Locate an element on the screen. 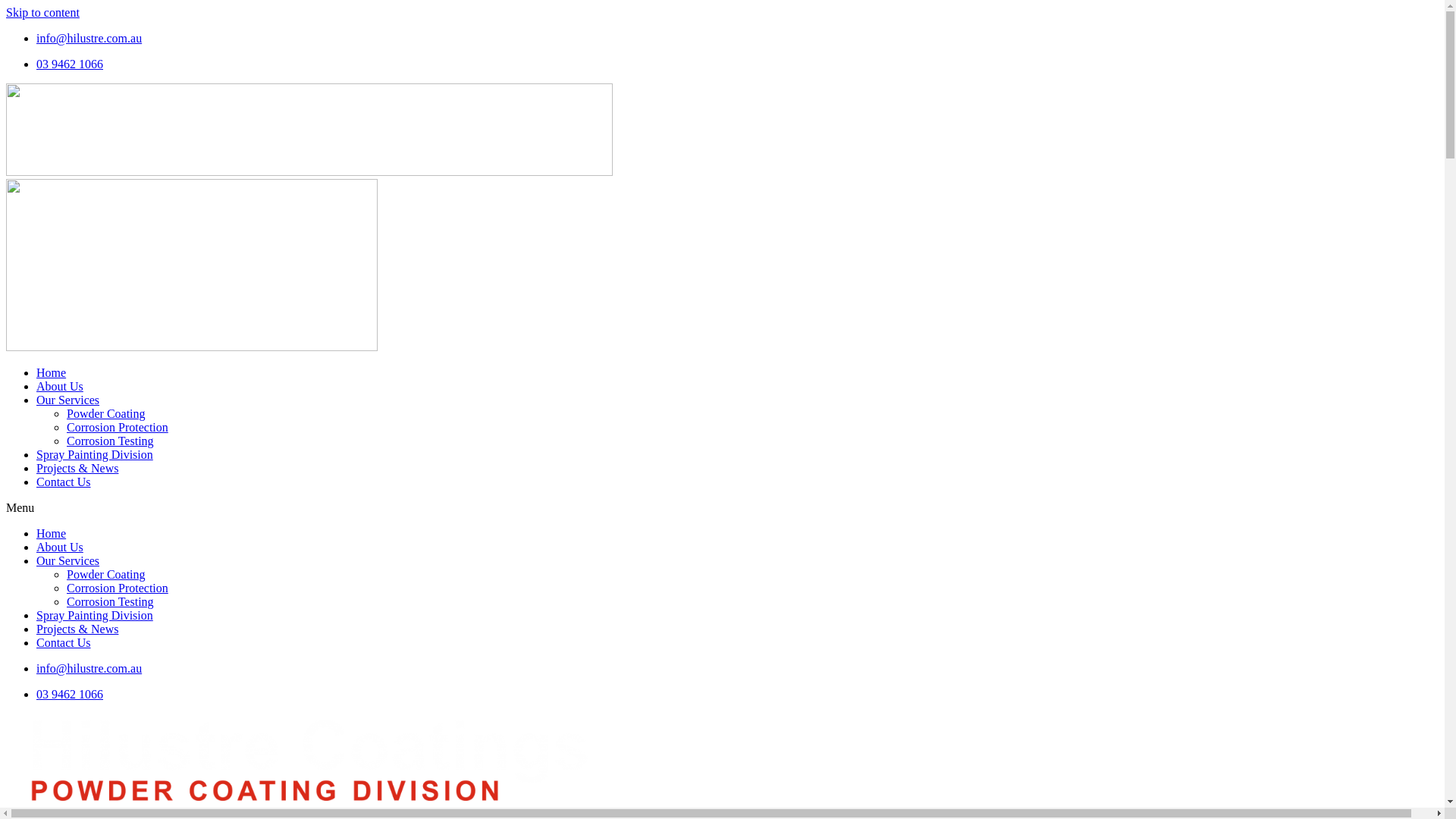  'Our Services' is located at coordinates (67, 560).